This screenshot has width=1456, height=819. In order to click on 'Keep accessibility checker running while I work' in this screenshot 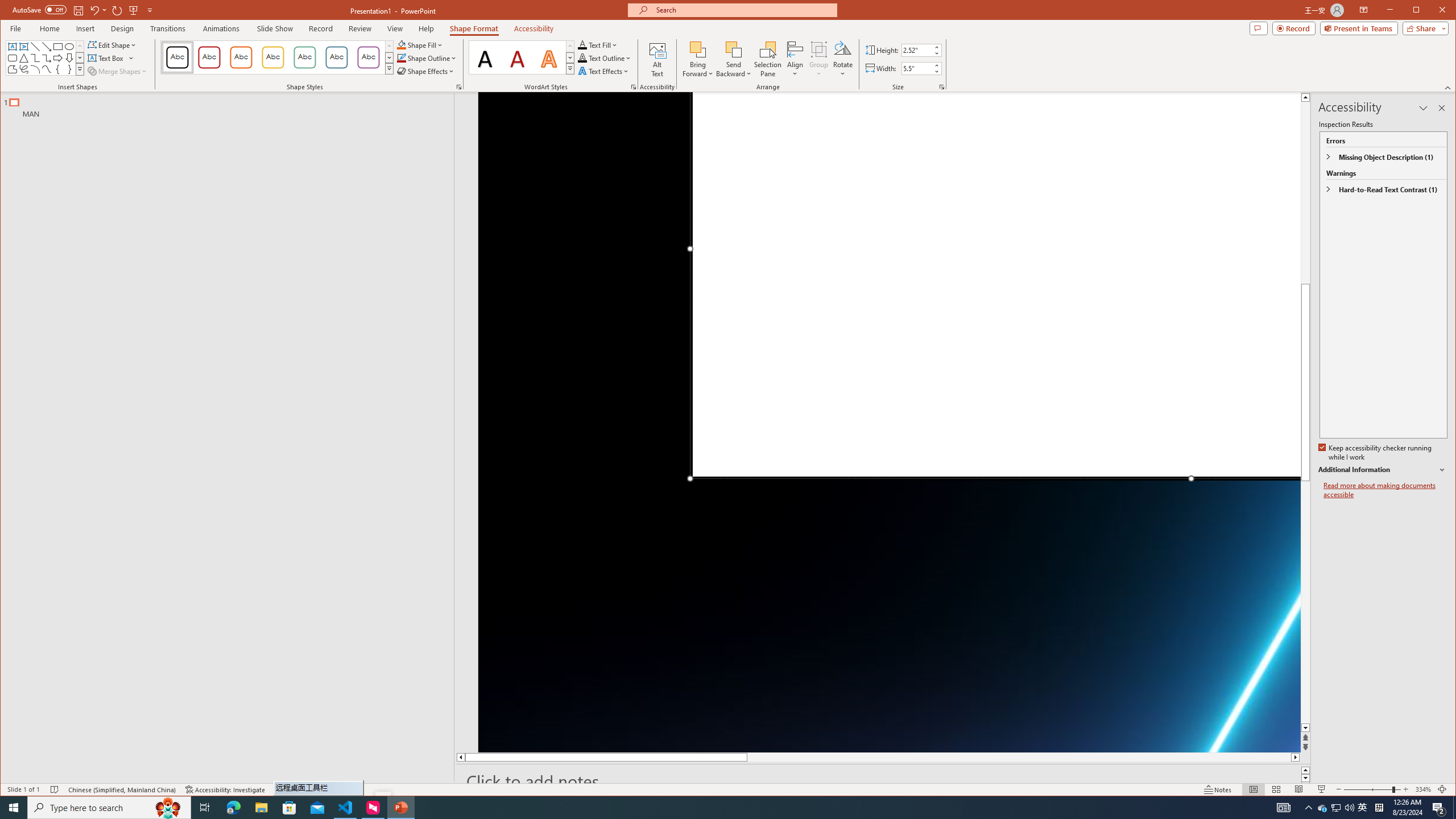, I will do `click(1375, 453)`.